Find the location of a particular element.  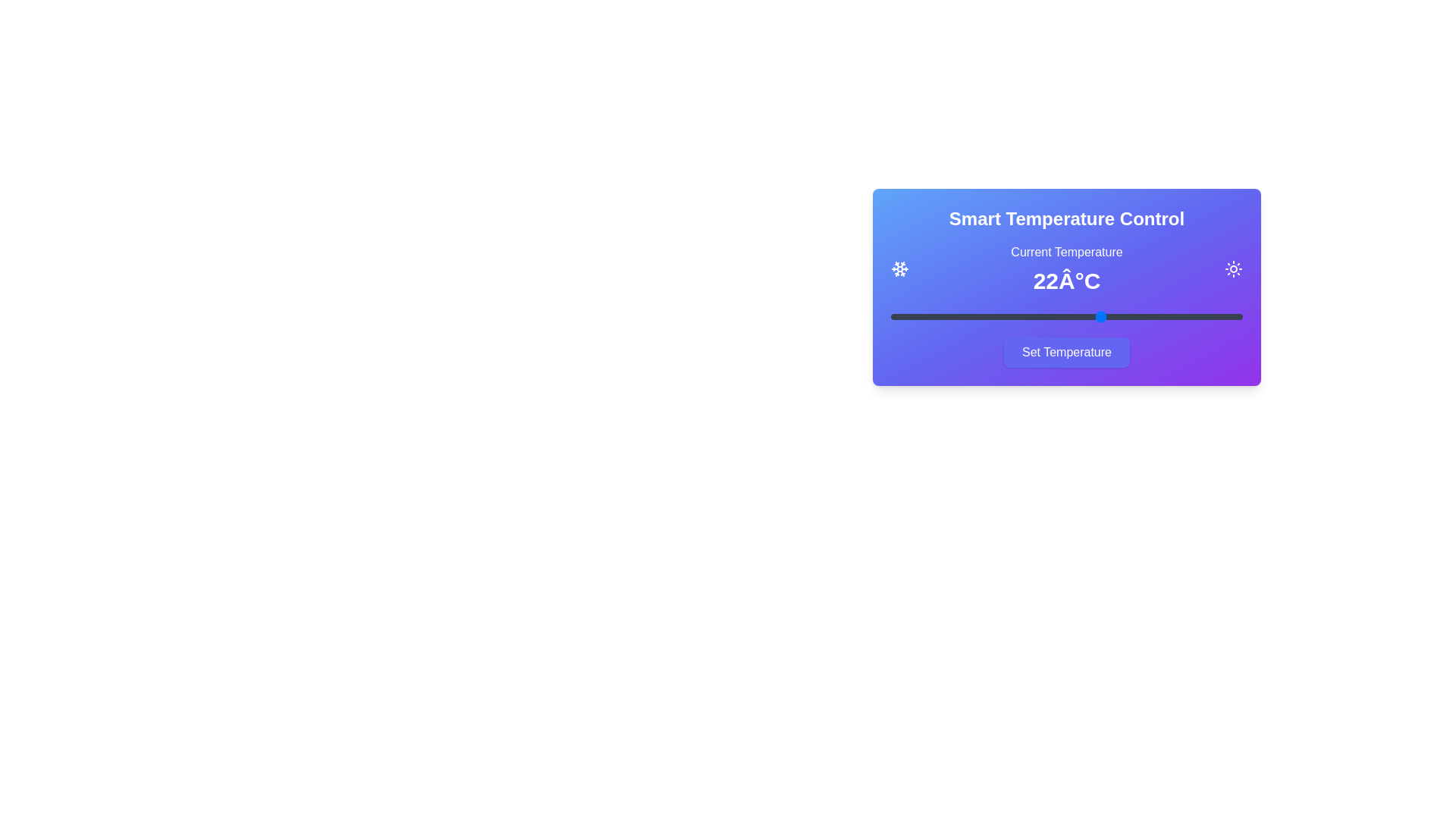

the small triangular mark that is part of the snowflake icon on the left side of the main panel, which indicates a cooling function is located at coordinates (902, 265).